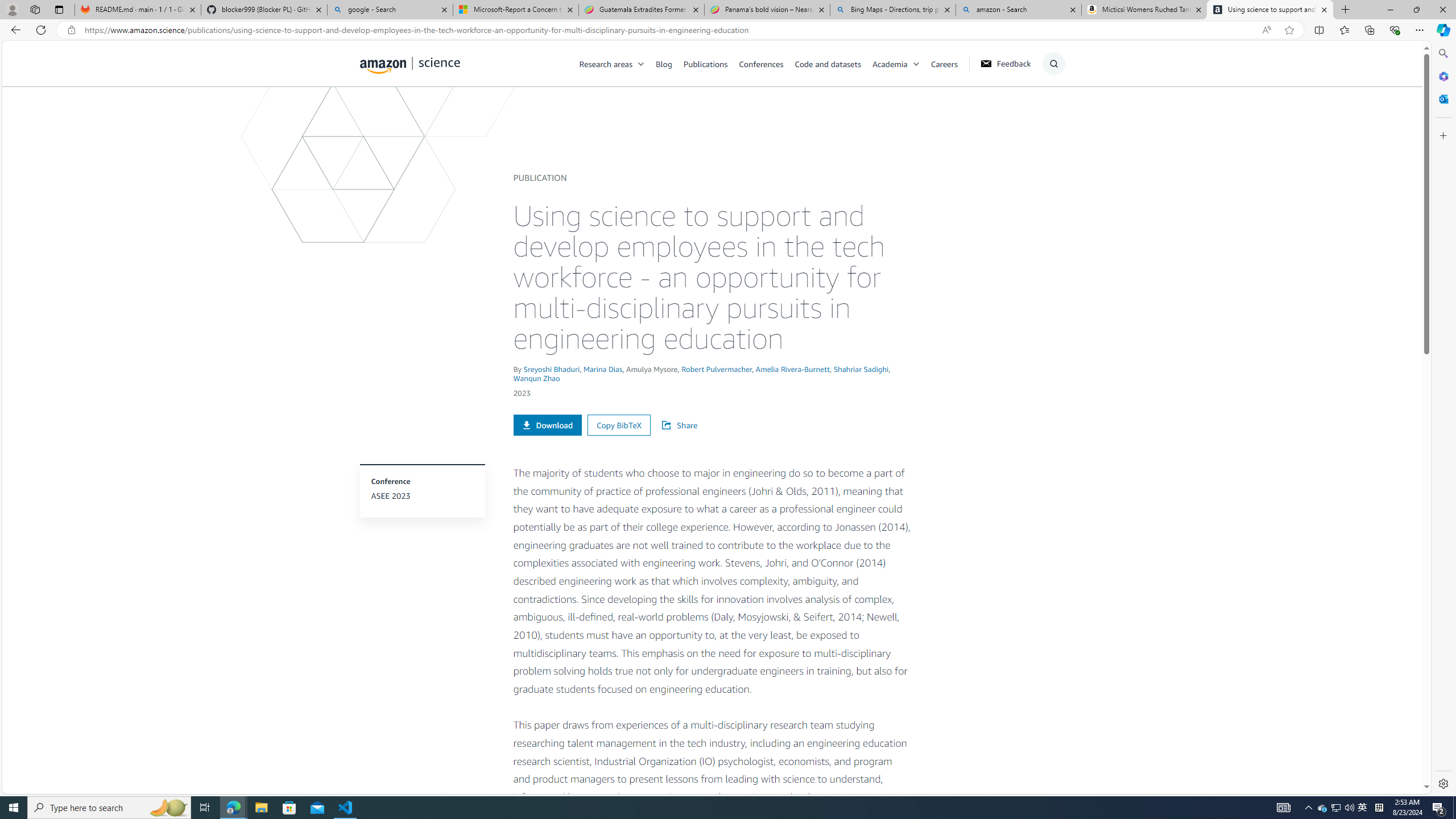 The height and width of the screenshot is (819, 1456). What do you see at coordinates (766, 63) in the screenshot?
I see `'Conferences'` at bounding box center [766, 63].